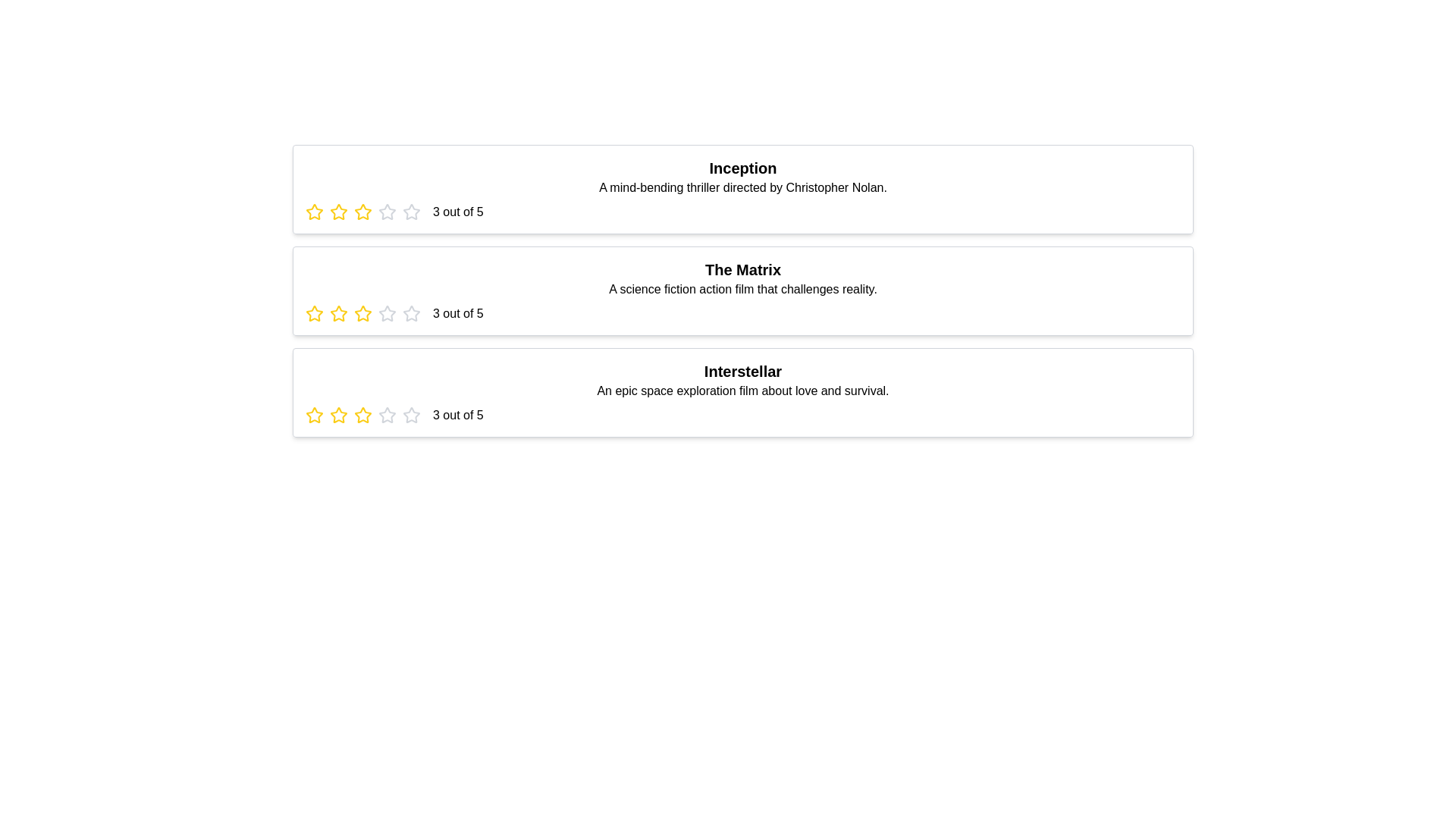 This screenshot has height=819, width=1456. What do you see at coordinates (362, 415) in the screenshot?
I see `the star corresponding to 3 stars for the movie titled Interstellar` at bounding box center [362, 415].